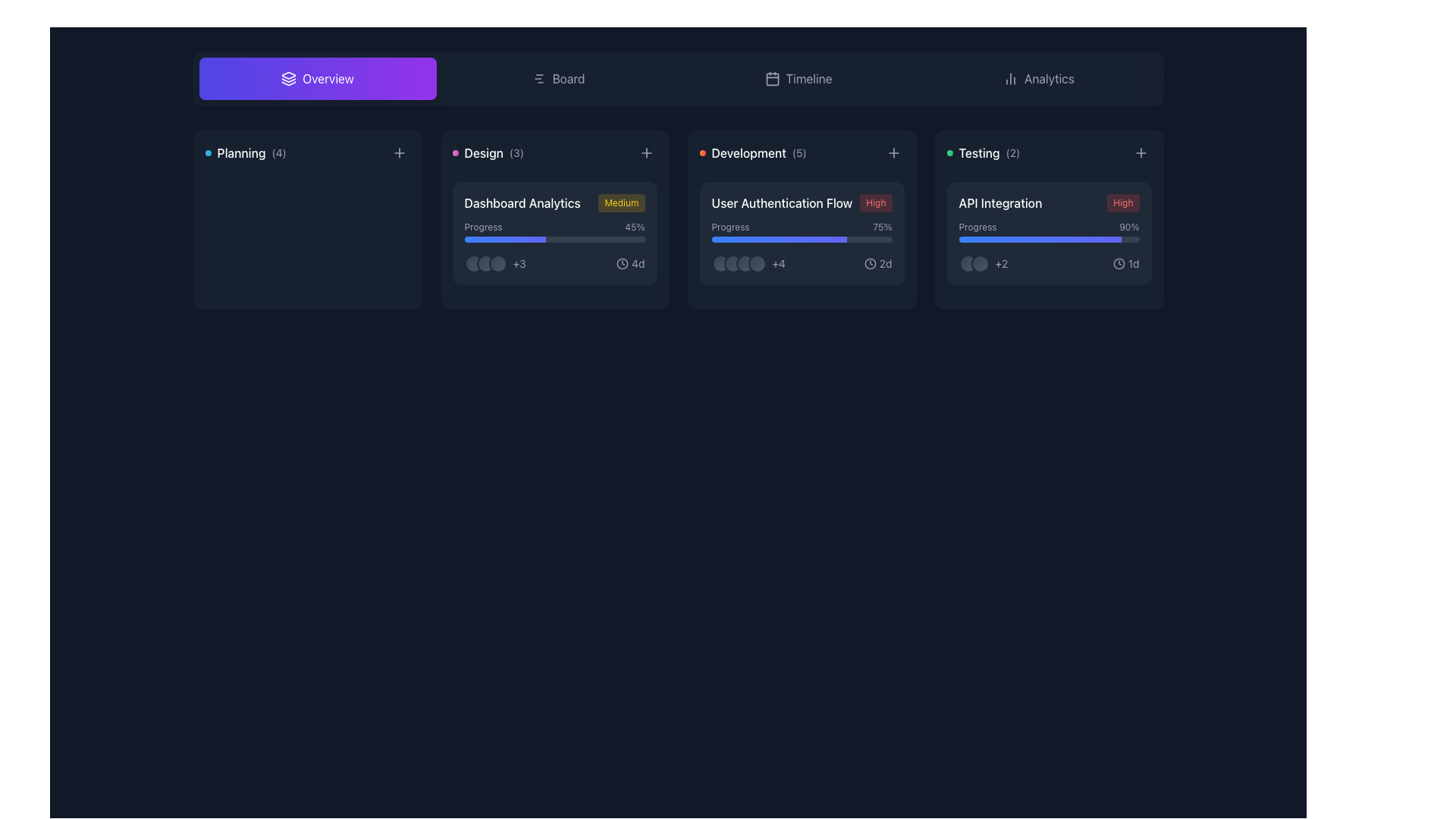 This screenshot has width=1456, height=819. Describe the element at coordinates (472, 262) in the screenshot. I see `the circular indicator or avatar placeholder located in the top-left corner of a group of three circular components below the 'Dashboard Analytics' card in the 'Design' section` at that location.